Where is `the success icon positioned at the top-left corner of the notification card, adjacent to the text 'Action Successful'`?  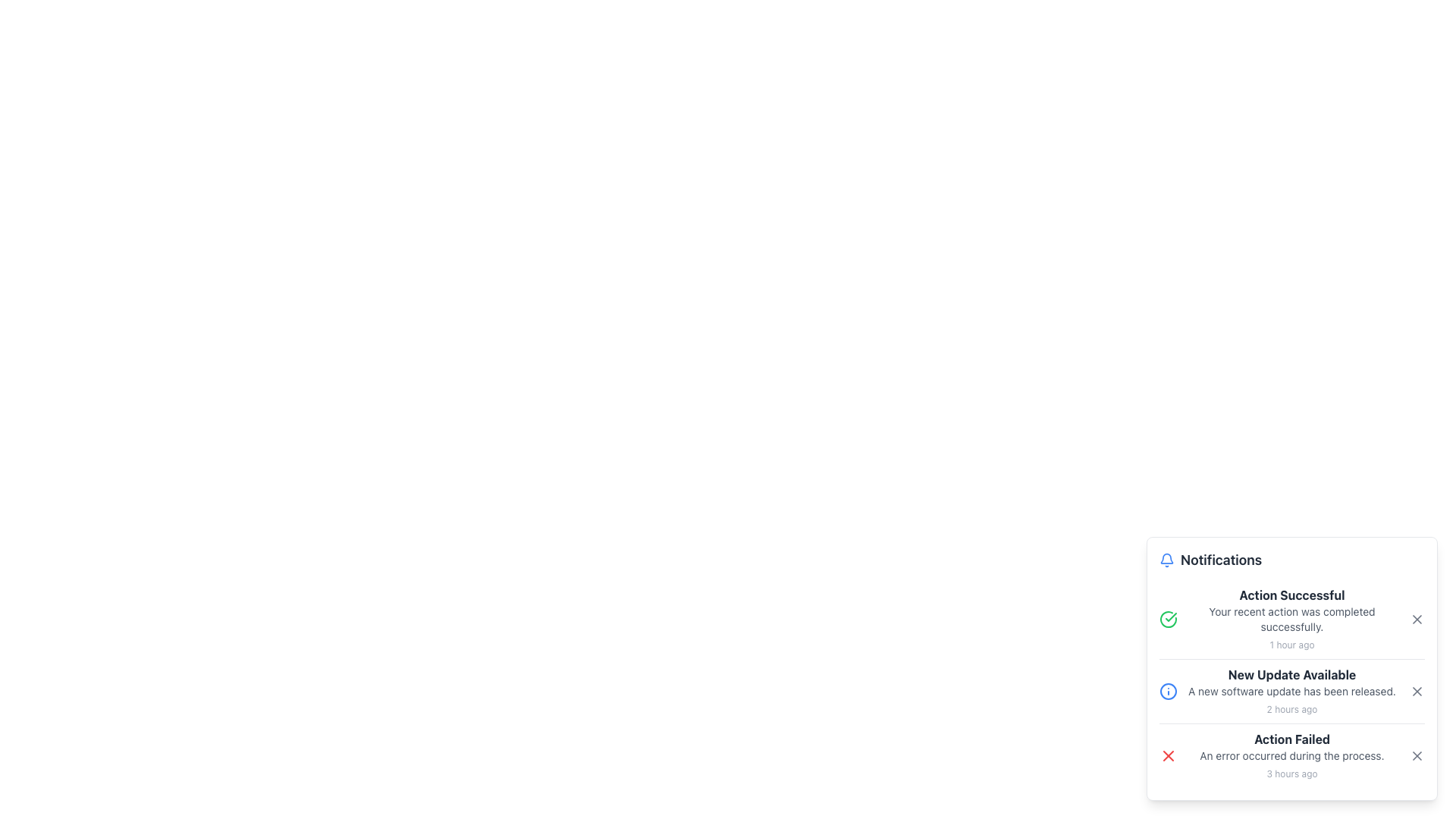
the success icon positioned at the top-left corner of the notification card, adjacent to the text 'Action Successful' is located at coordinates (1167, 620).